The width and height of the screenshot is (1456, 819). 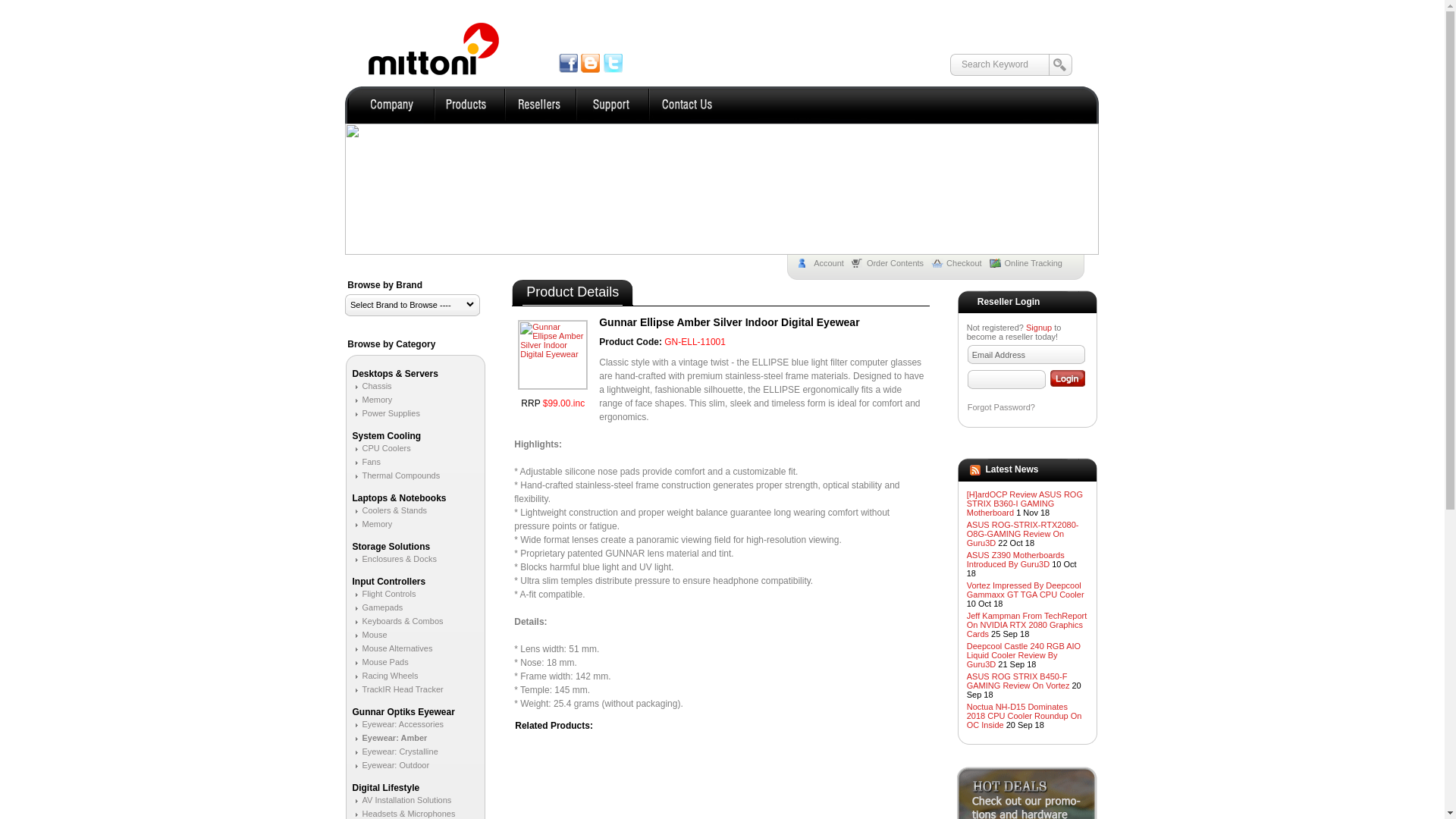 What do you see at coordinates (369, 635) in the screenshot?
I see `'Mouse'` at bounding box center [369, 635].